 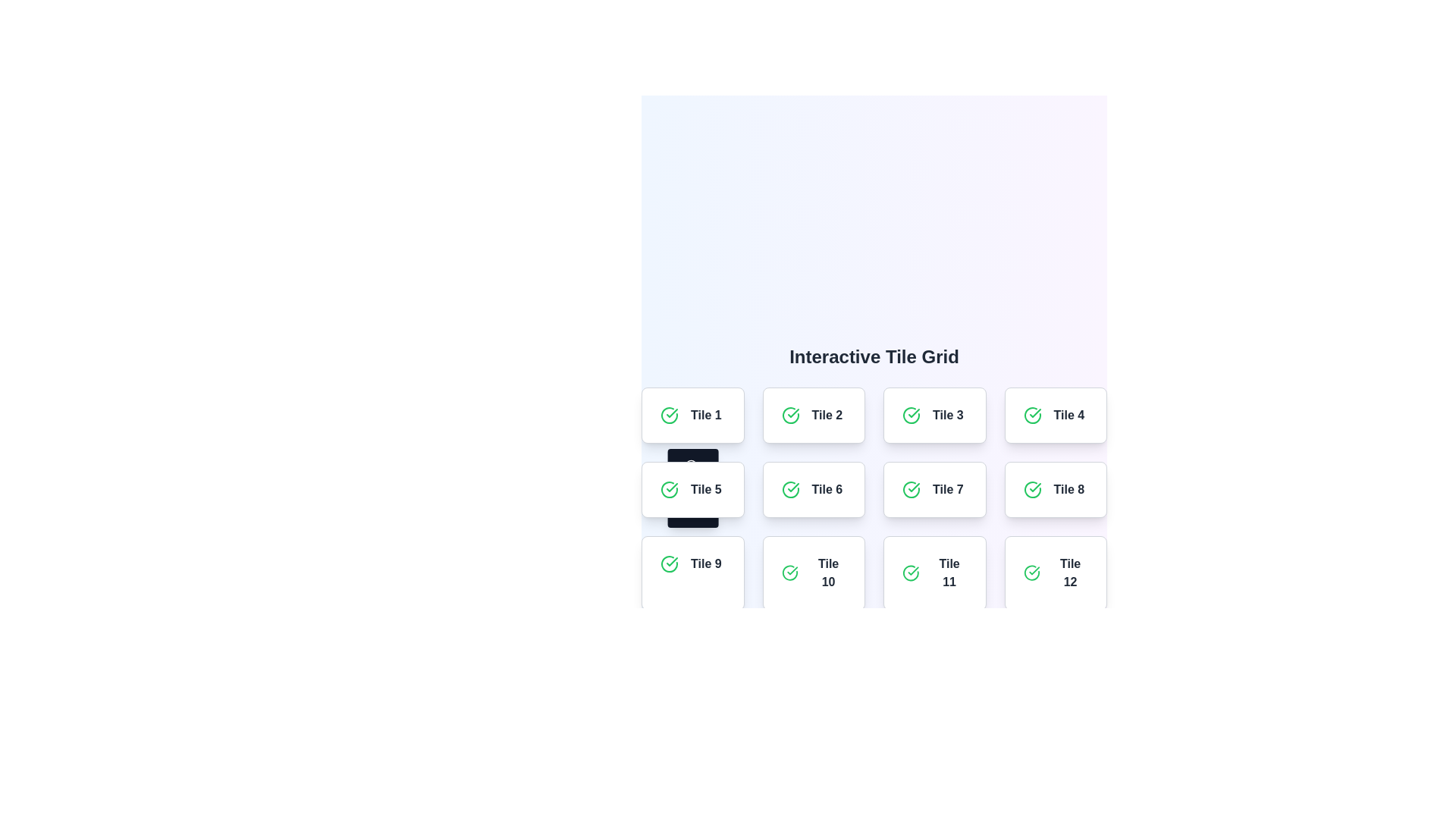 I want to click on the bold text label 'Tile 8' in the grid layout for information, so click(x=1068, y=489).